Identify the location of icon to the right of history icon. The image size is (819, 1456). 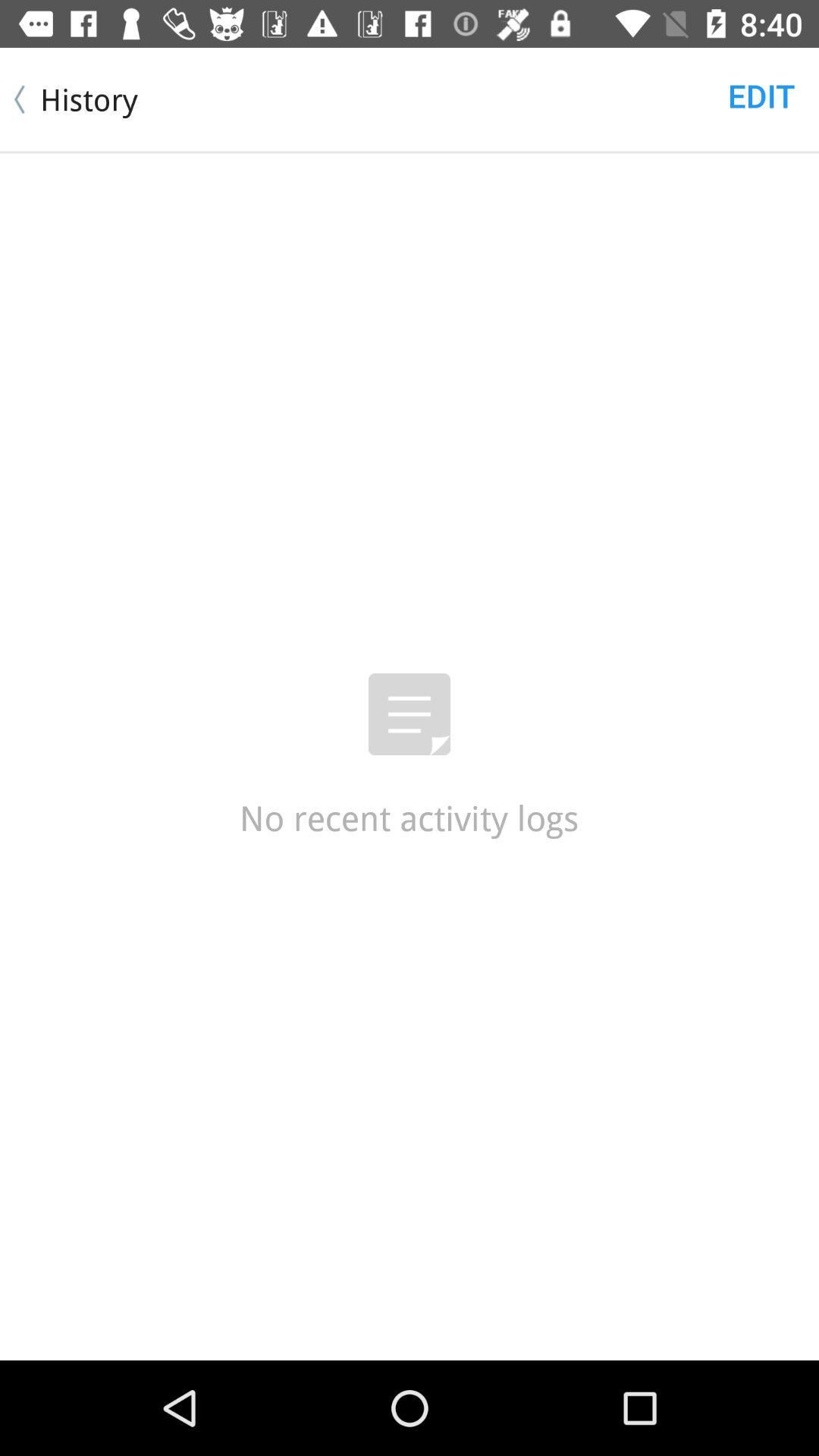
(761, 94).